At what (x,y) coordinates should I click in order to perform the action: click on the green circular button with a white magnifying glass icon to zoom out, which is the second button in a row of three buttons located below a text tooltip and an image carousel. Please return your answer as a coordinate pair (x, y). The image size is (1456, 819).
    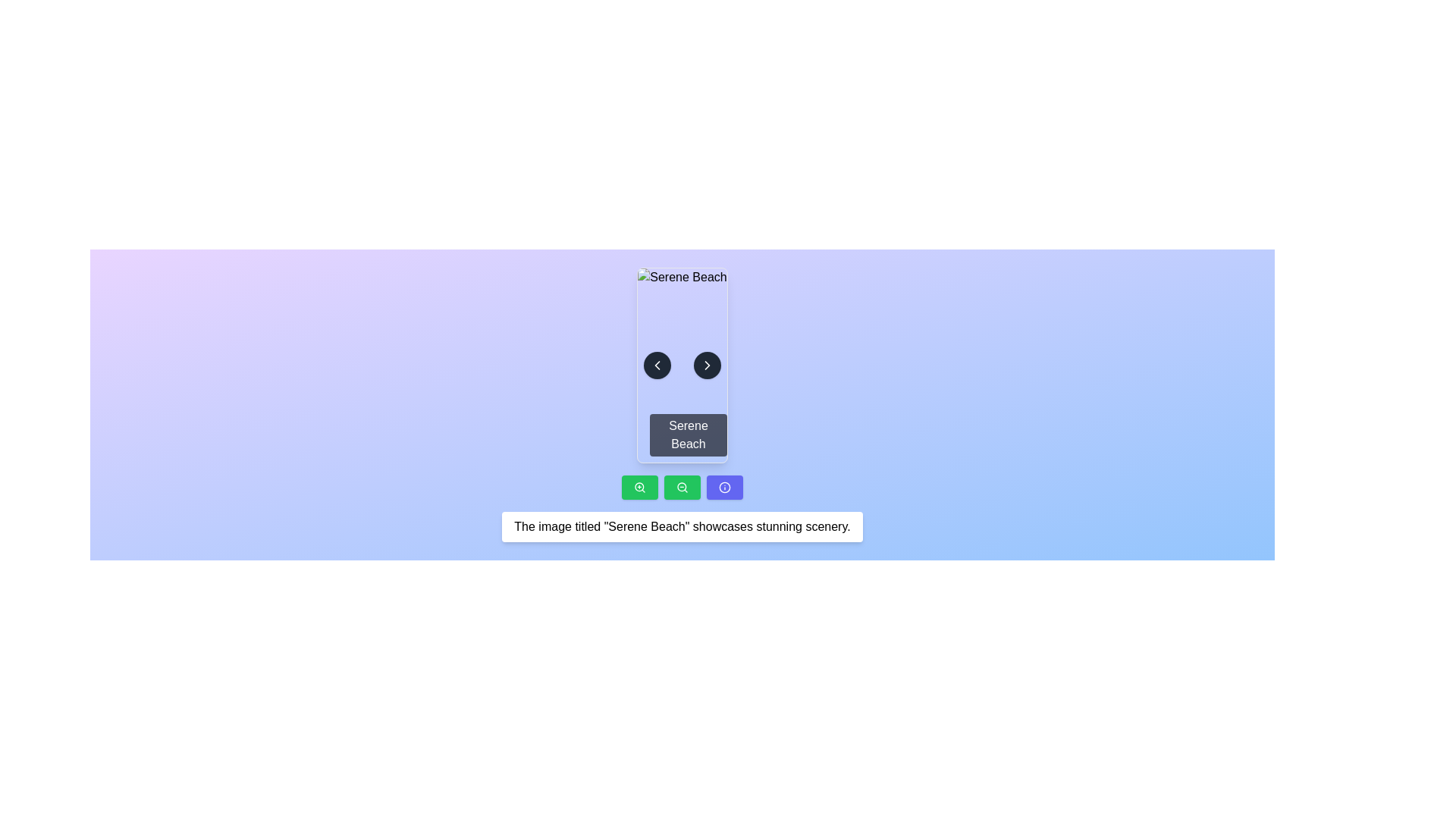
    Looking at the image, I should click on (682, 488).